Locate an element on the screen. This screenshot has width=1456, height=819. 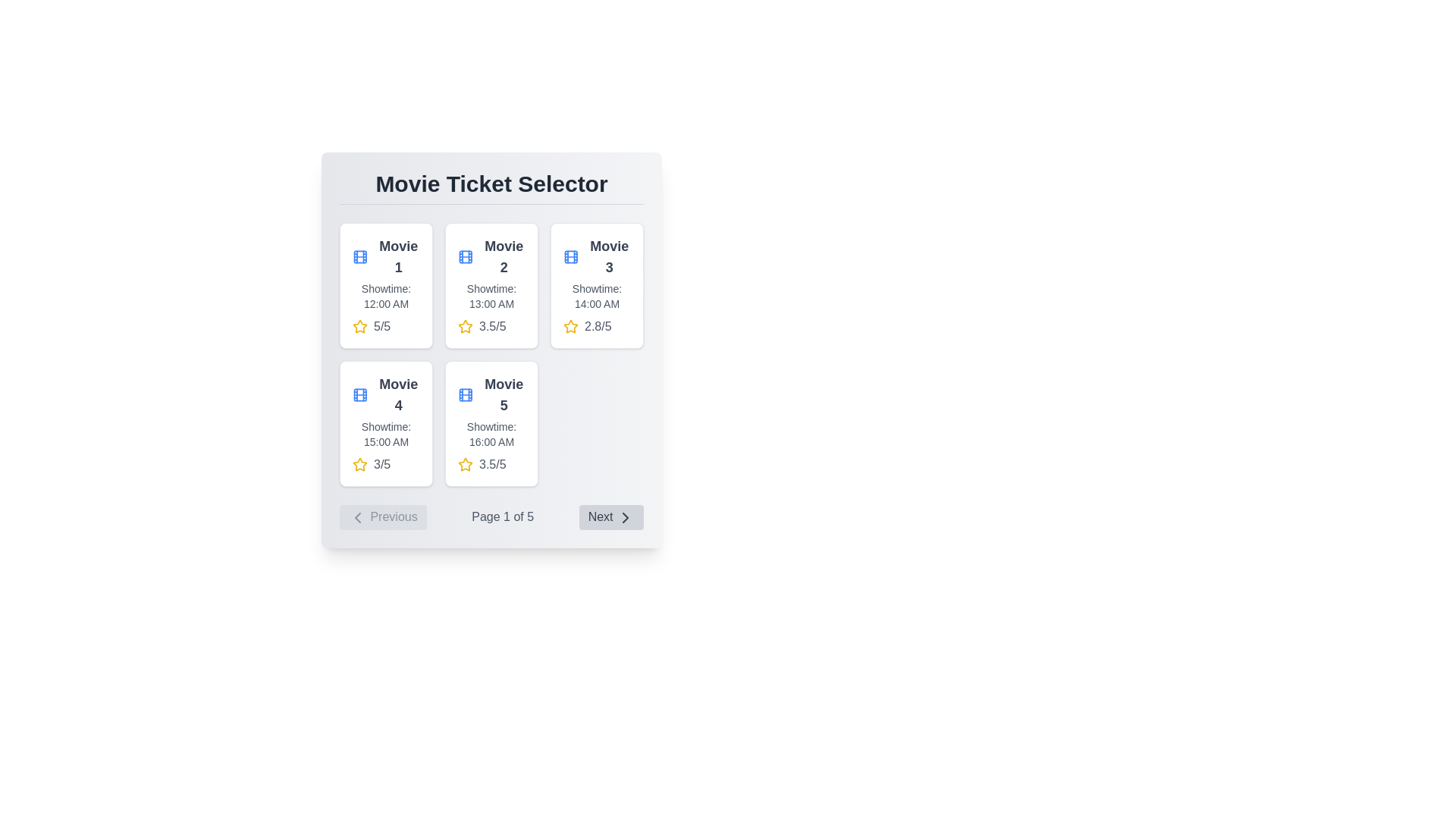
text from the user rating Text Label located in the second card of the grid below the 'Movie 2' title and to the right of the yellow star icon is located at coordinates (492, 326).